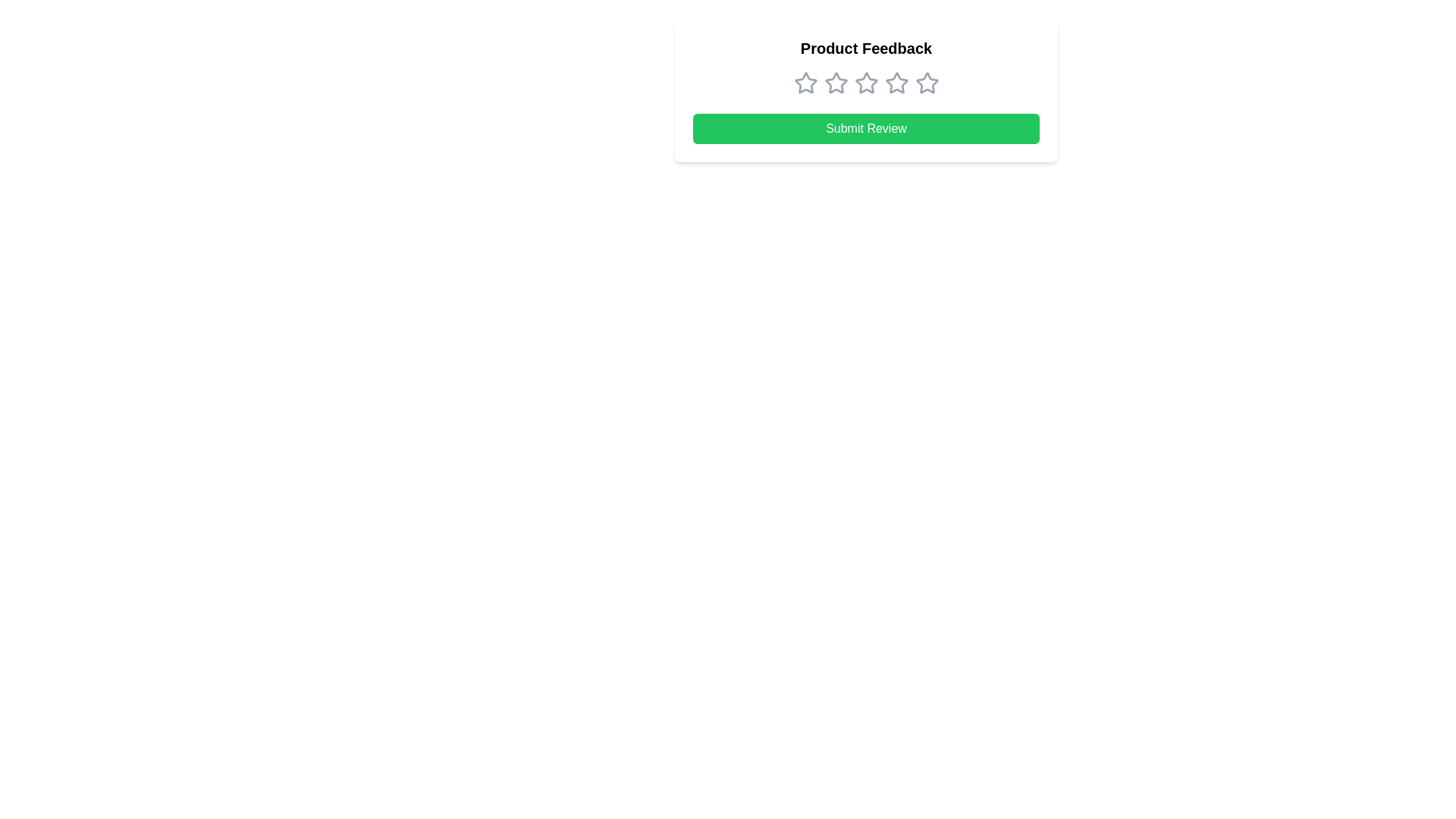 The image size is (1456, 819). Describe the element at coordinates (805, 83) in the screenshot. I see `the first unselected star icon in the rating selection component, located below 'Product Feedback'` at that location.